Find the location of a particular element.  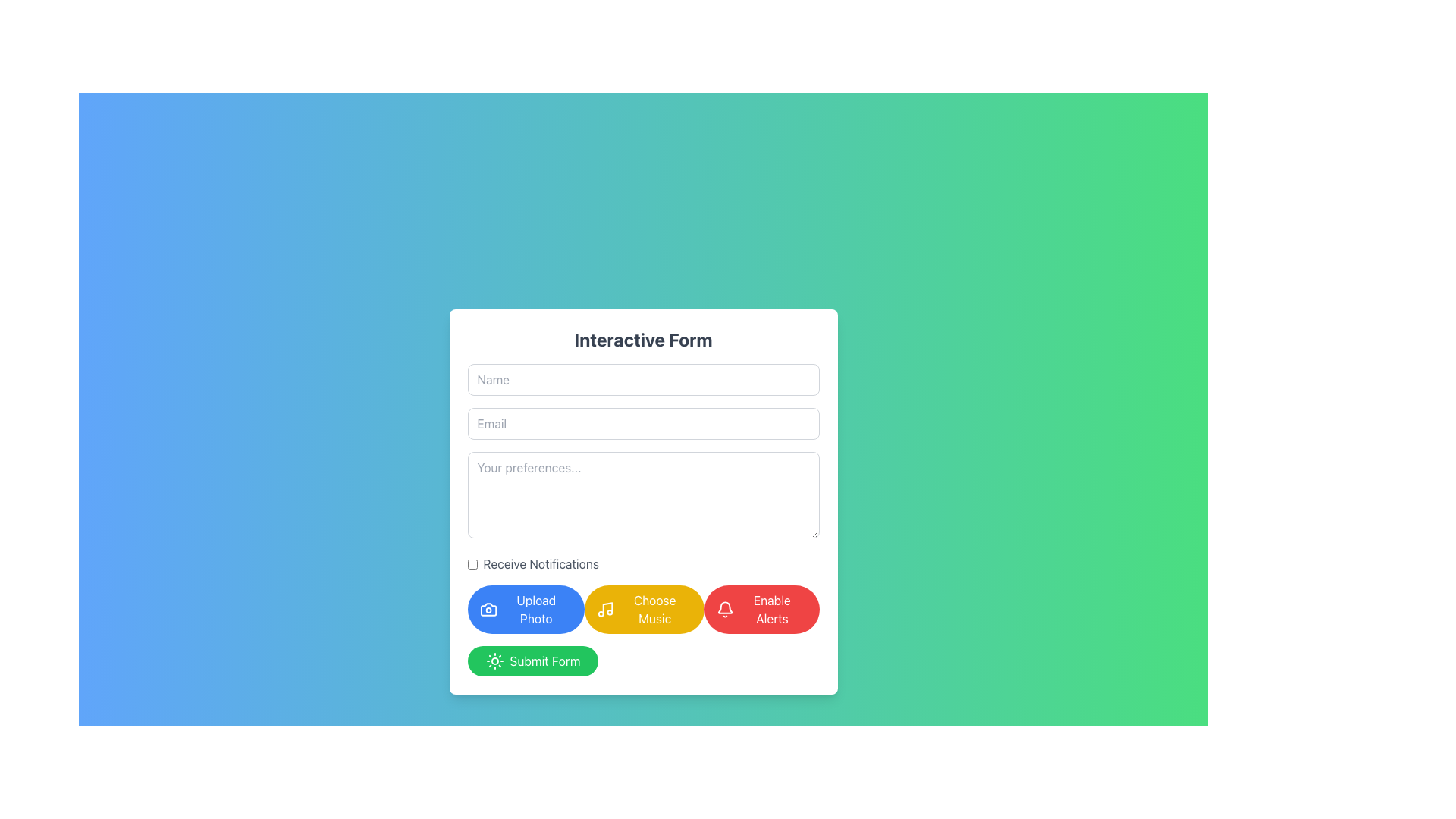

the sun icon located within the 'Submit Form' button at the bottom-left corner of the interactive form is located at coordinates (494, 660).